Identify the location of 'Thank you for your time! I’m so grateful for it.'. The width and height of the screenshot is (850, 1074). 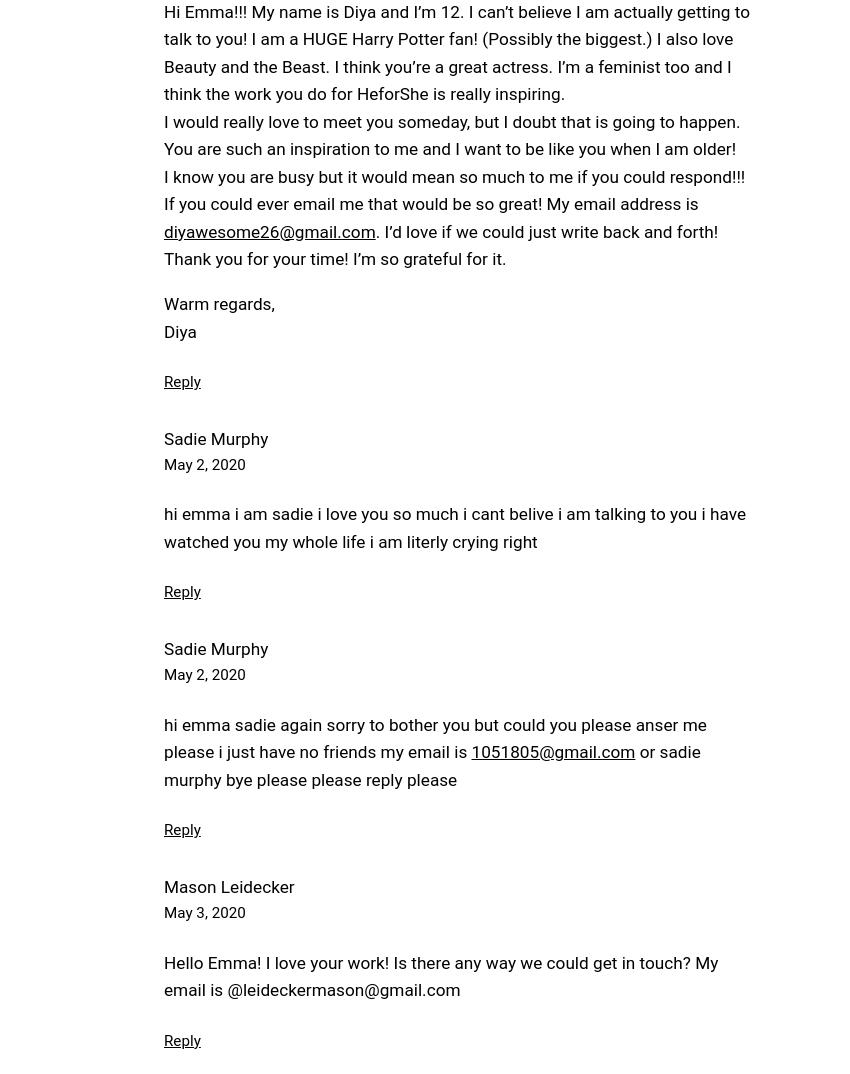
(334, 258).